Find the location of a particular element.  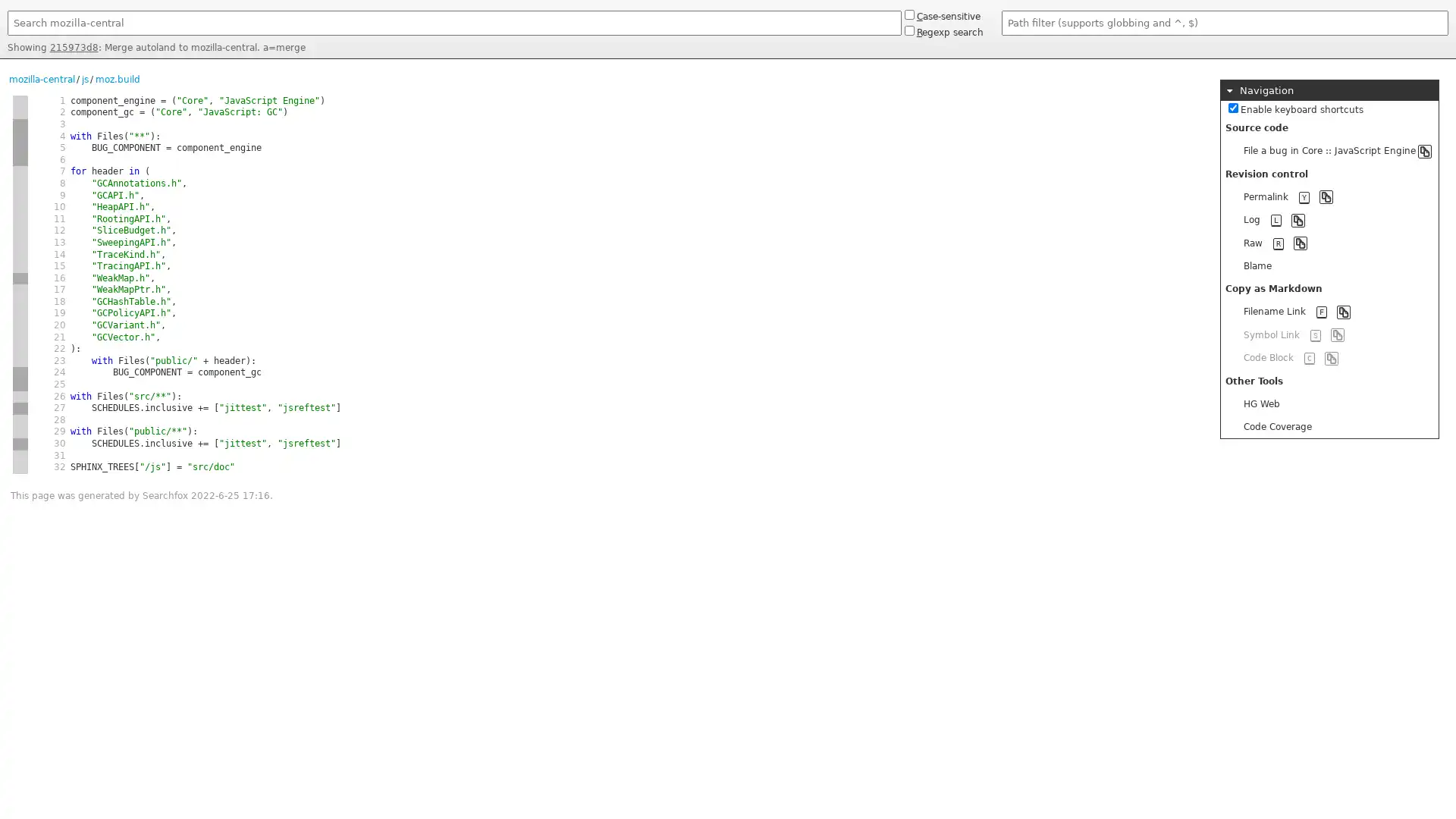

new hash 1 is located at coordinates (20, 407).